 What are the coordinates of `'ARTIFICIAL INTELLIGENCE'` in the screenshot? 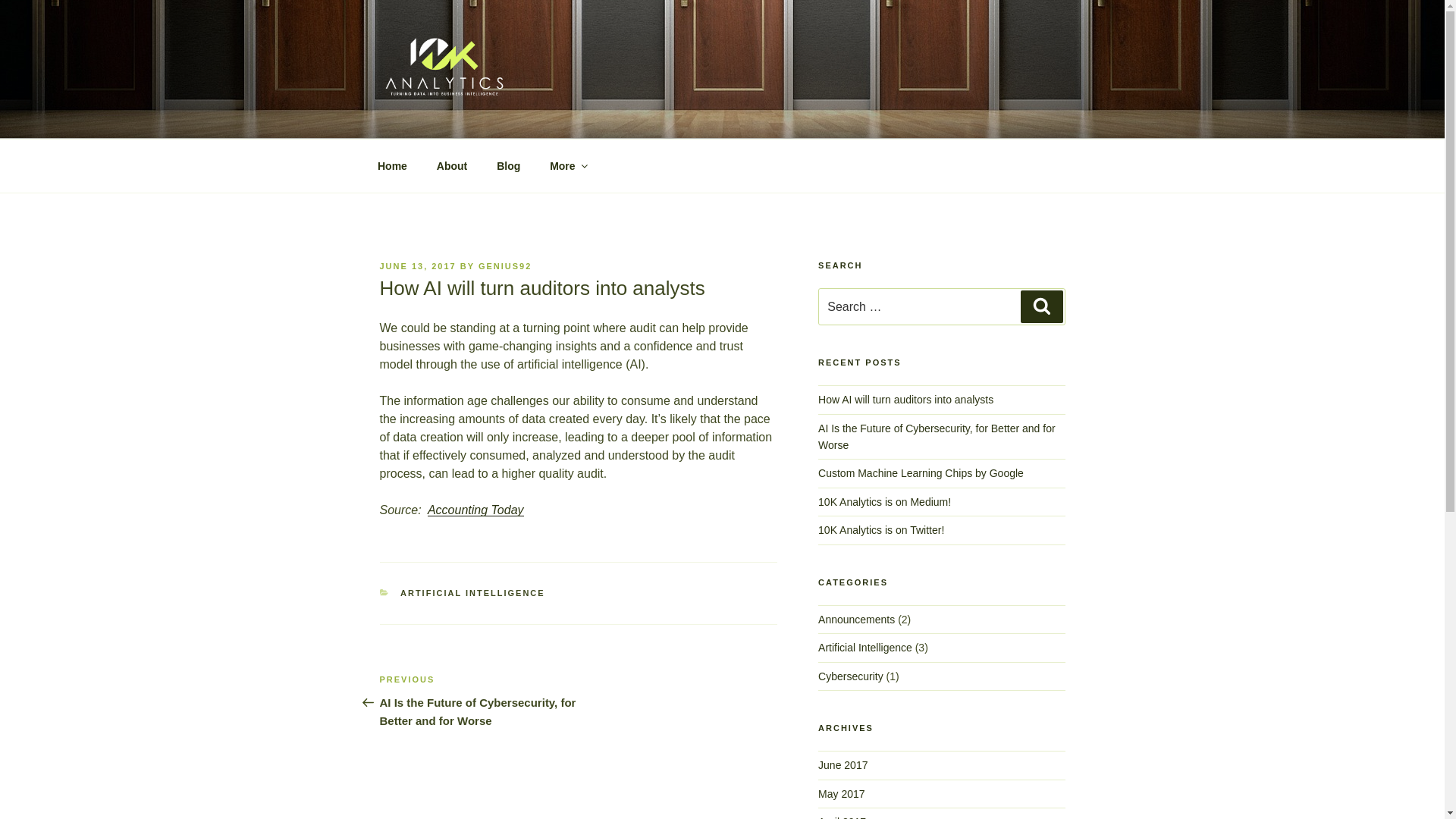 It's located at (472, 592).